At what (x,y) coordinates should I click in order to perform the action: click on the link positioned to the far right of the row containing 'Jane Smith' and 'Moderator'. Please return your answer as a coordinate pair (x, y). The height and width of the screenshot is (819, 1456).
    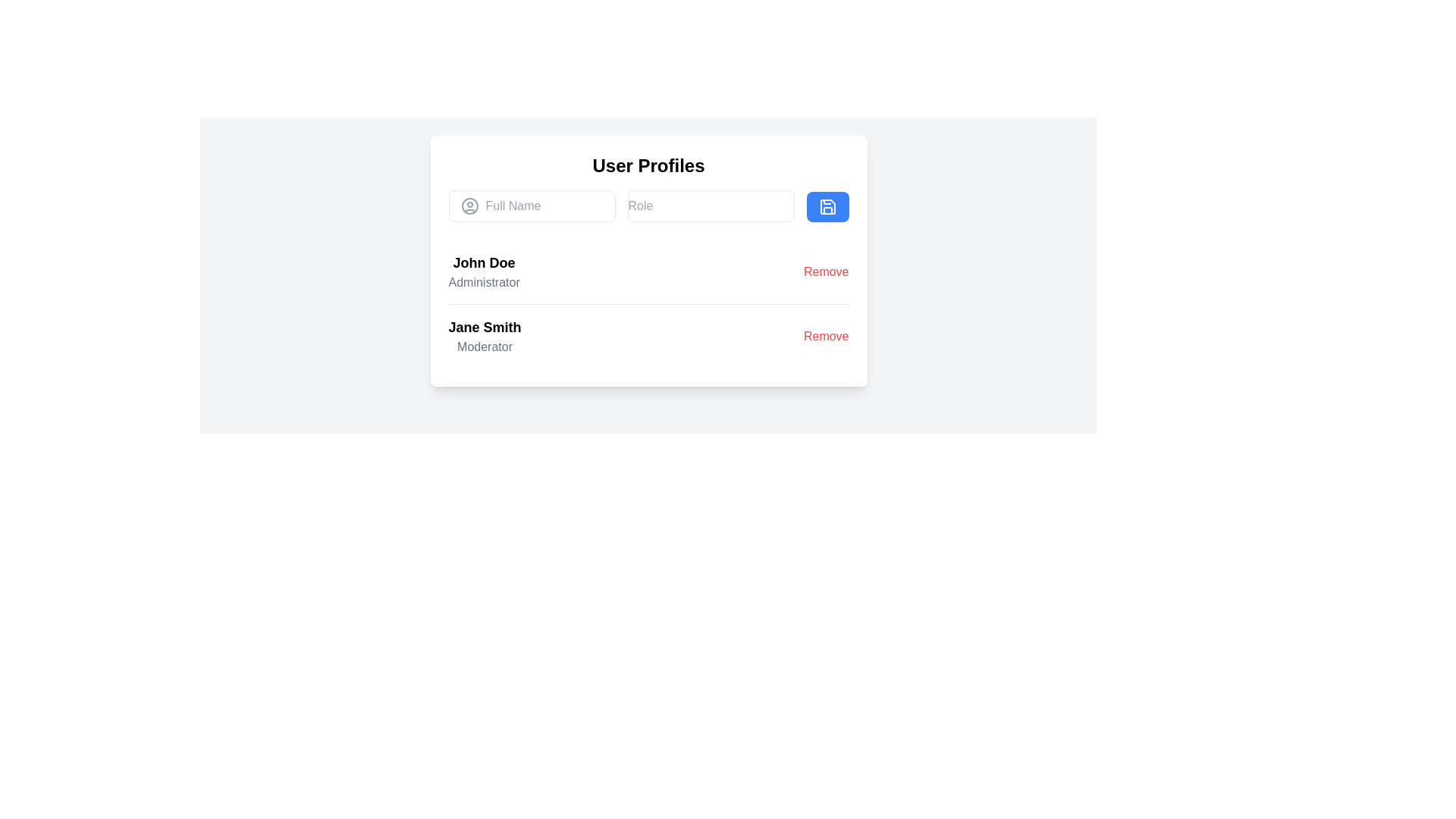
    Looking at the image, I should click on (825, 335).